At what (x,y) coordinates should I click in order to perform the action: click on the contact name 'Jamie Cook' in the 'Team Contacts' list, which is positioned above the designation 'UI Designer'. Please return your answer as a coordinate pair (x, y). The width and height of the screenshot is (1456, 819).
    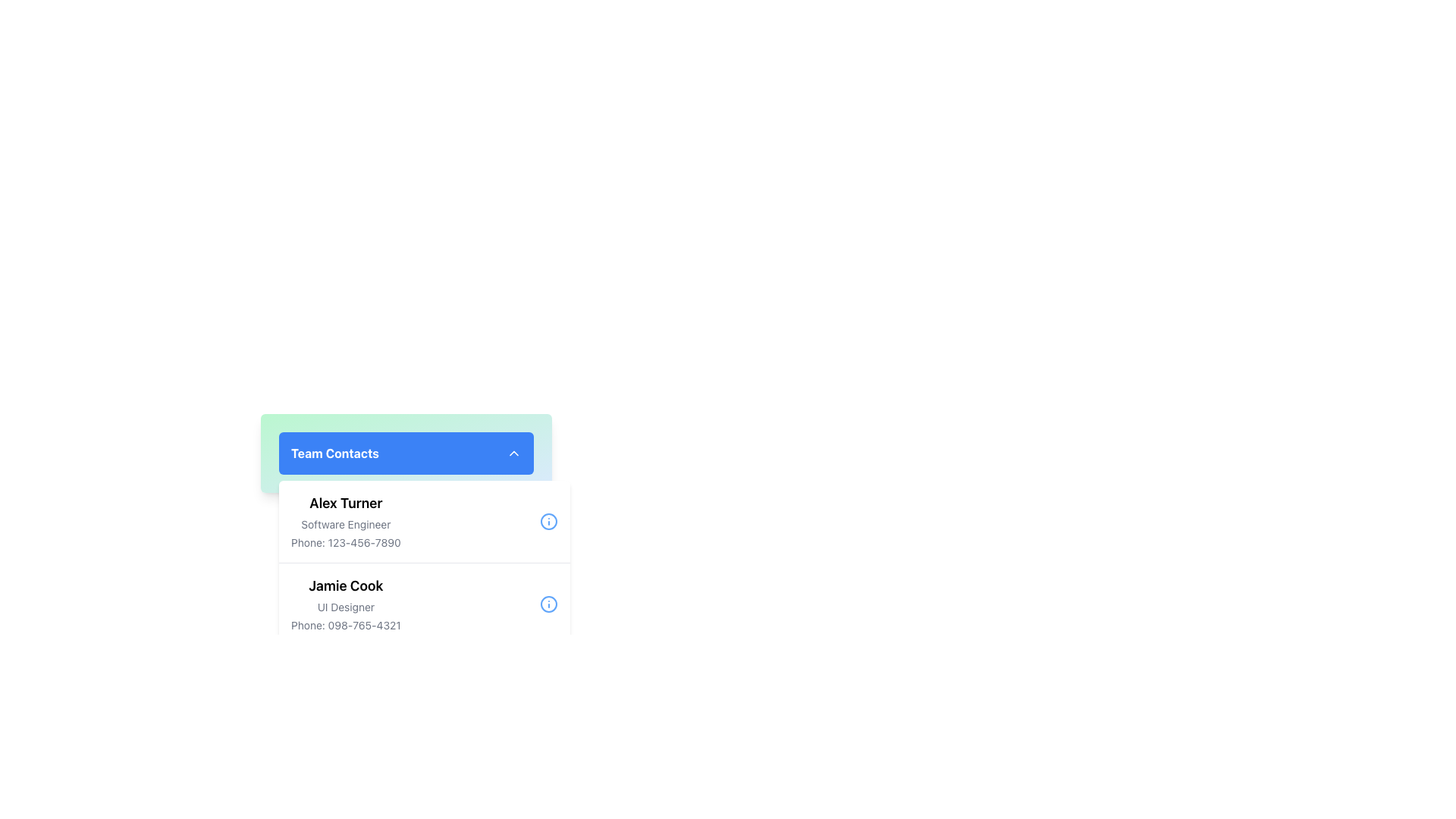
    Looking at the image, I should click on (345, 585).